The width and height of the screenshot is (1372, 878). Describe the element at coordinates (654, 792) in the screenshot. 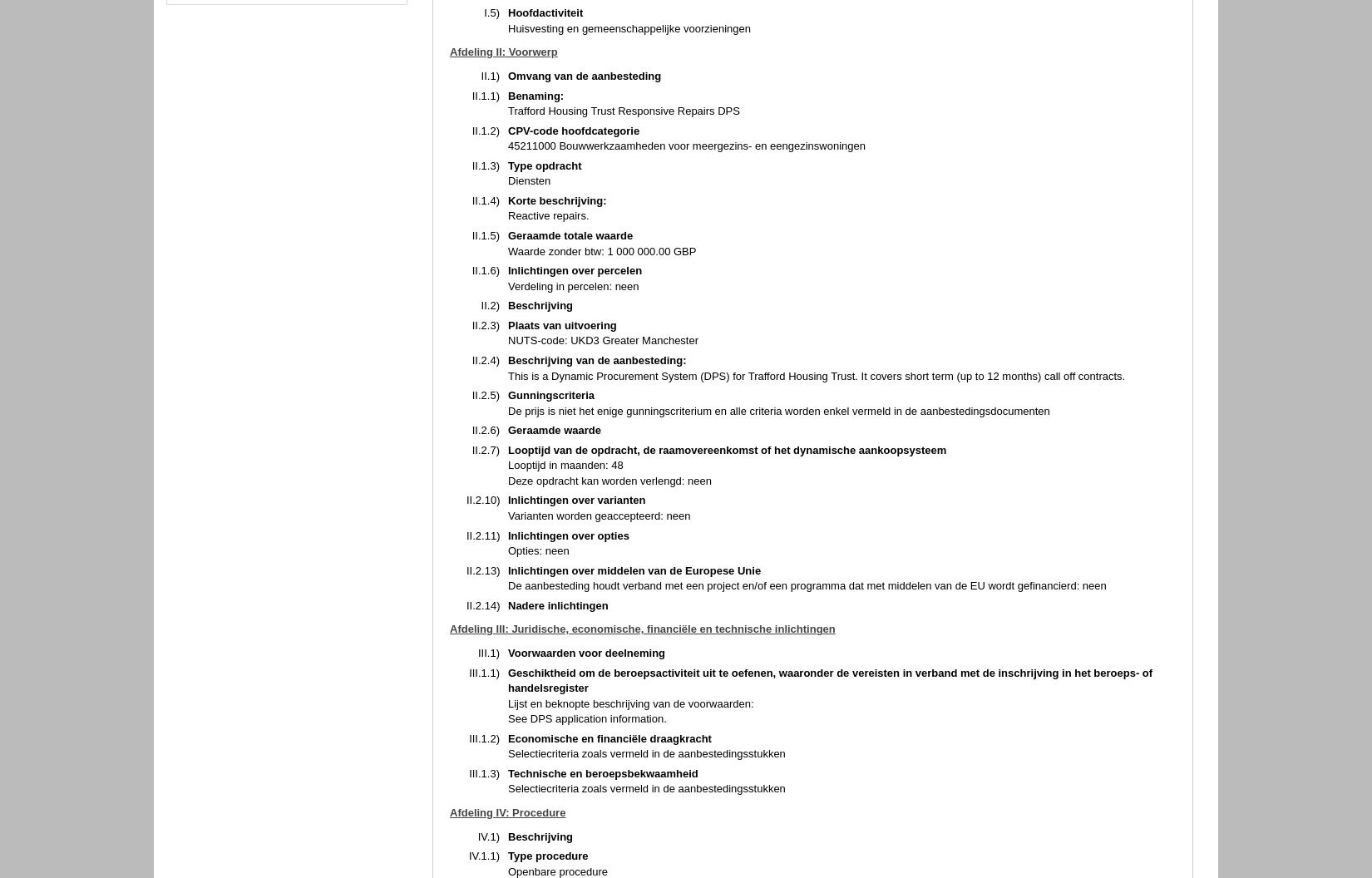

I see `'Contact'` at that location.